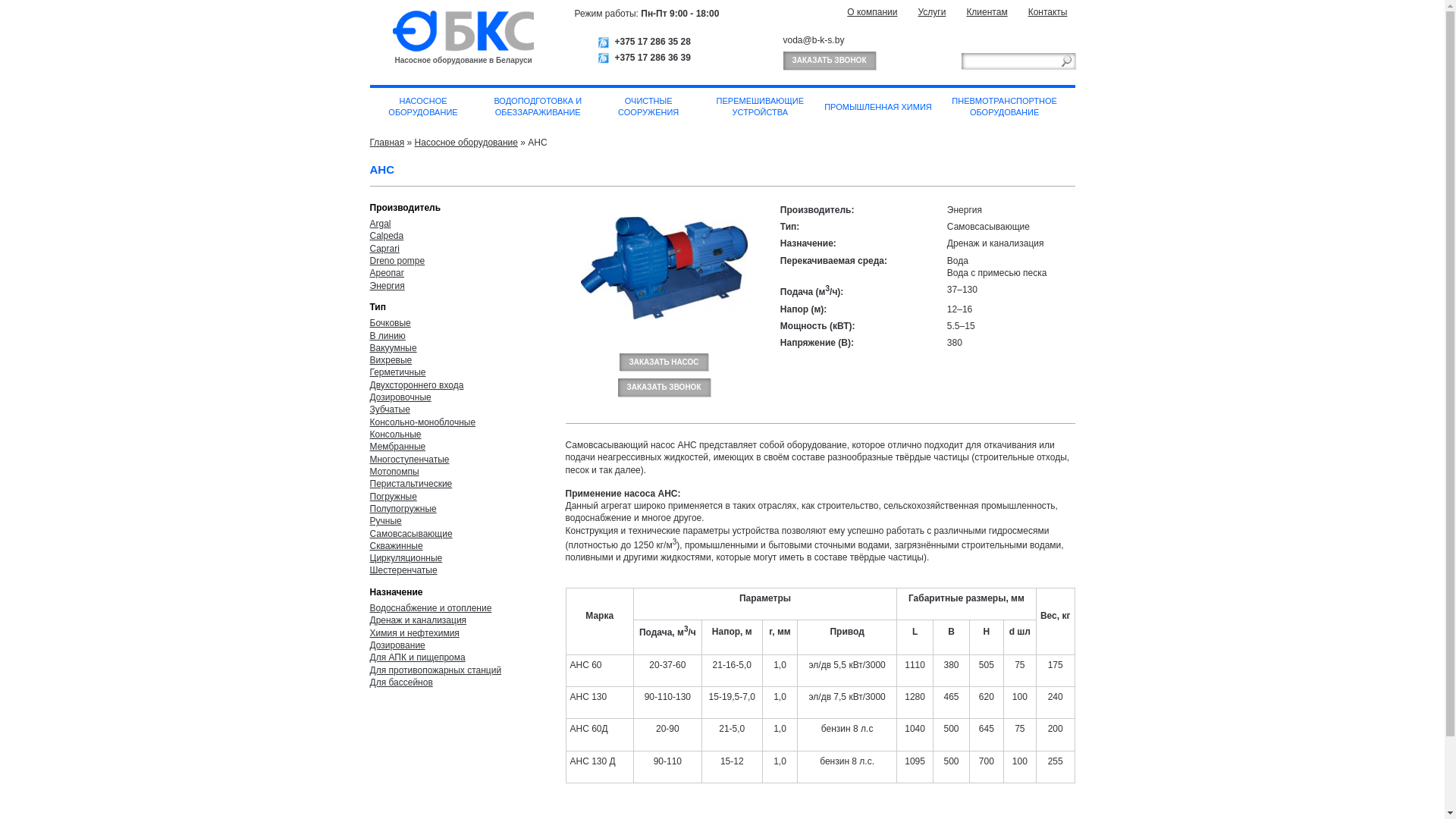  I want to click on 'voda@b-k-s.by', so click(812, 39).